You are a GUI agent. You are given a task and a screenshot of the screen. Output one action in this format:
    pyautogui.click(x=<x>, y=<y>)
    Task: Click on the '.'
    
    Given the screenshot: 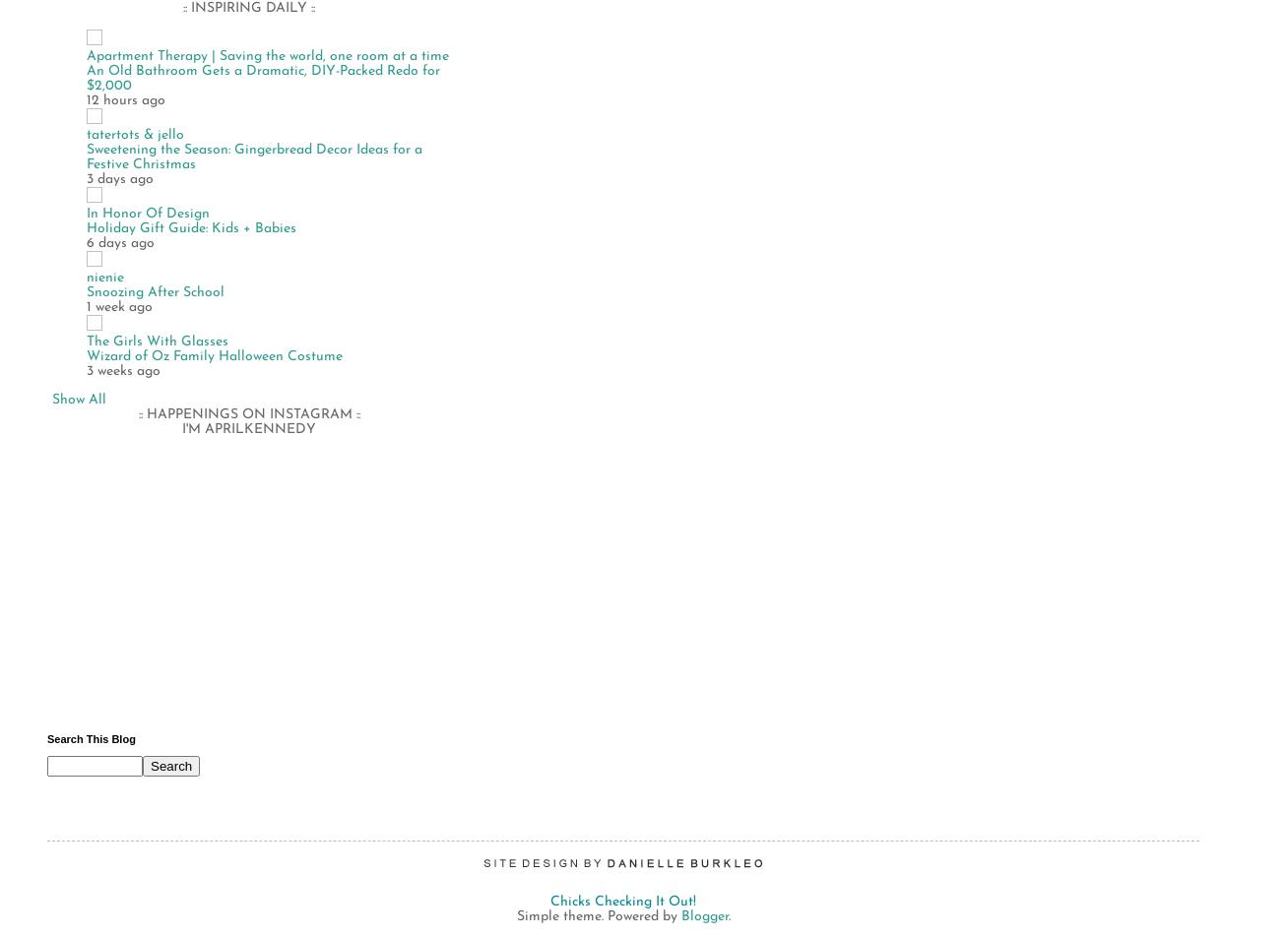 What is the action you would take?
    pyautogui.click(x=727, y=915)
    